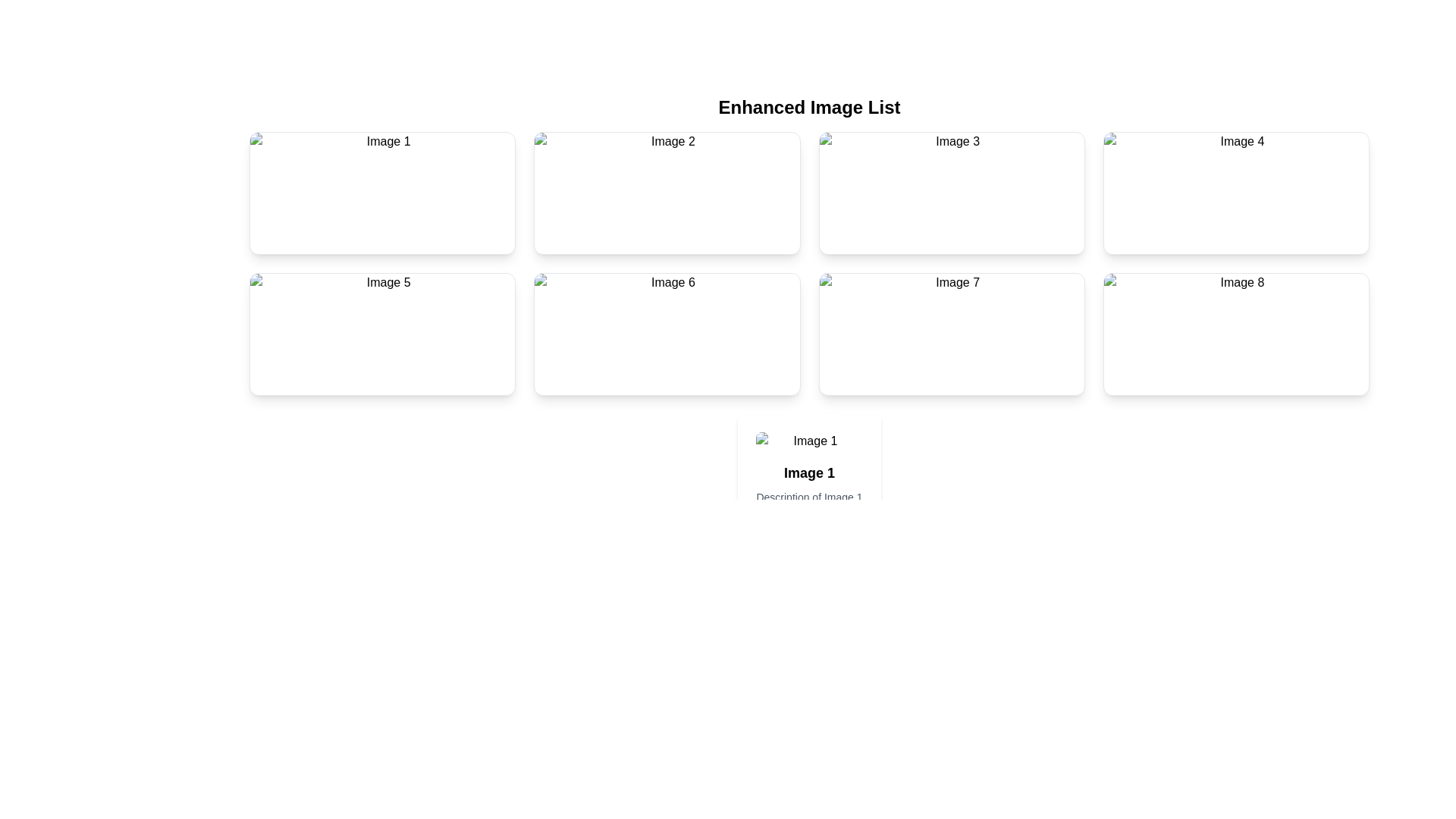 This screenshot has width=1456, height=819. I want to click on the image element labeled 'Image 8' located inside the last card of the rightmost column in the 'Enhanced Image List', so click(1236, 333).